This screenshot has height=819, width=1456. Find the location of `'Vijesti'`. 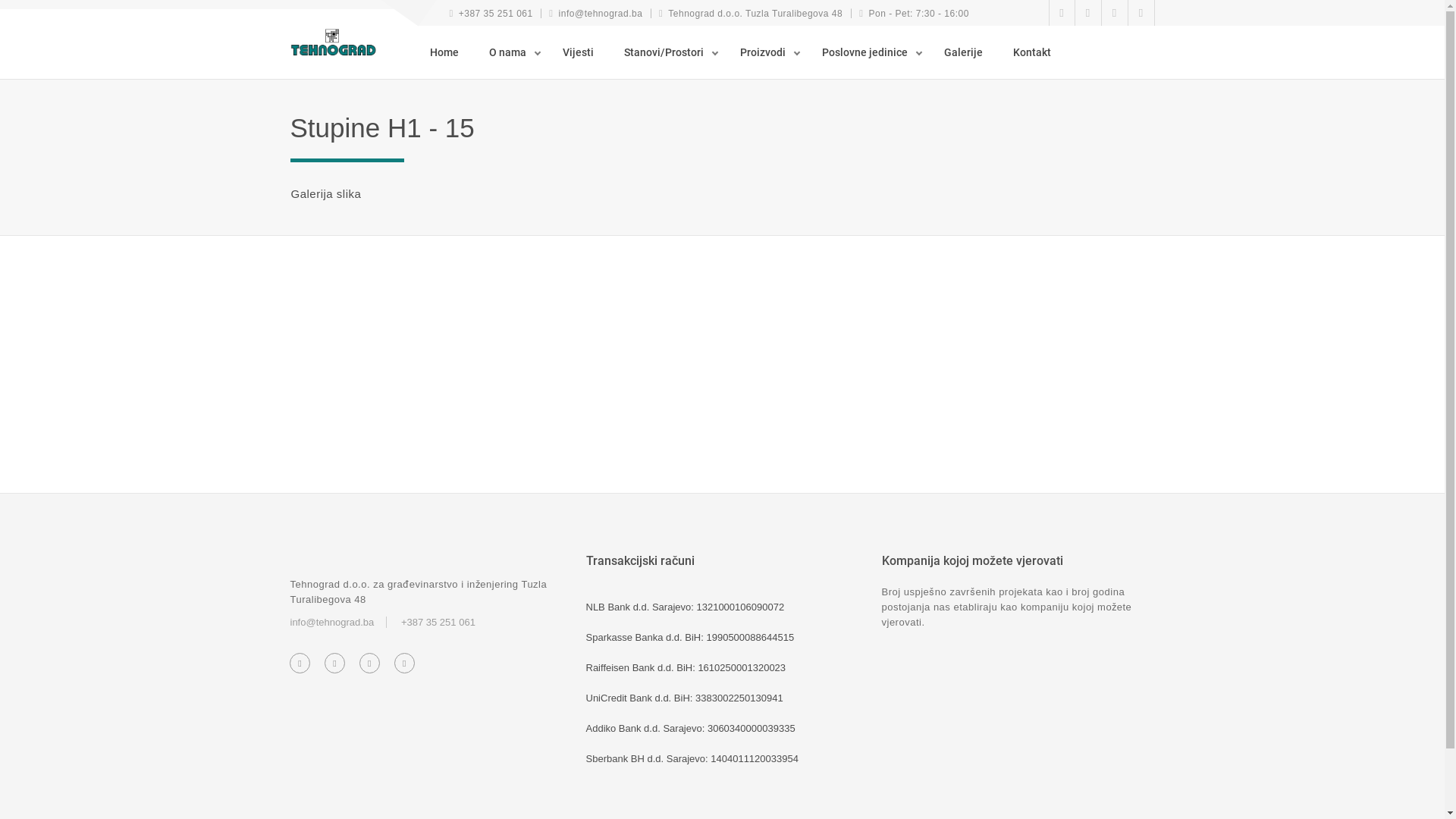

'Vijesti' is located at coordinates (581, 52).